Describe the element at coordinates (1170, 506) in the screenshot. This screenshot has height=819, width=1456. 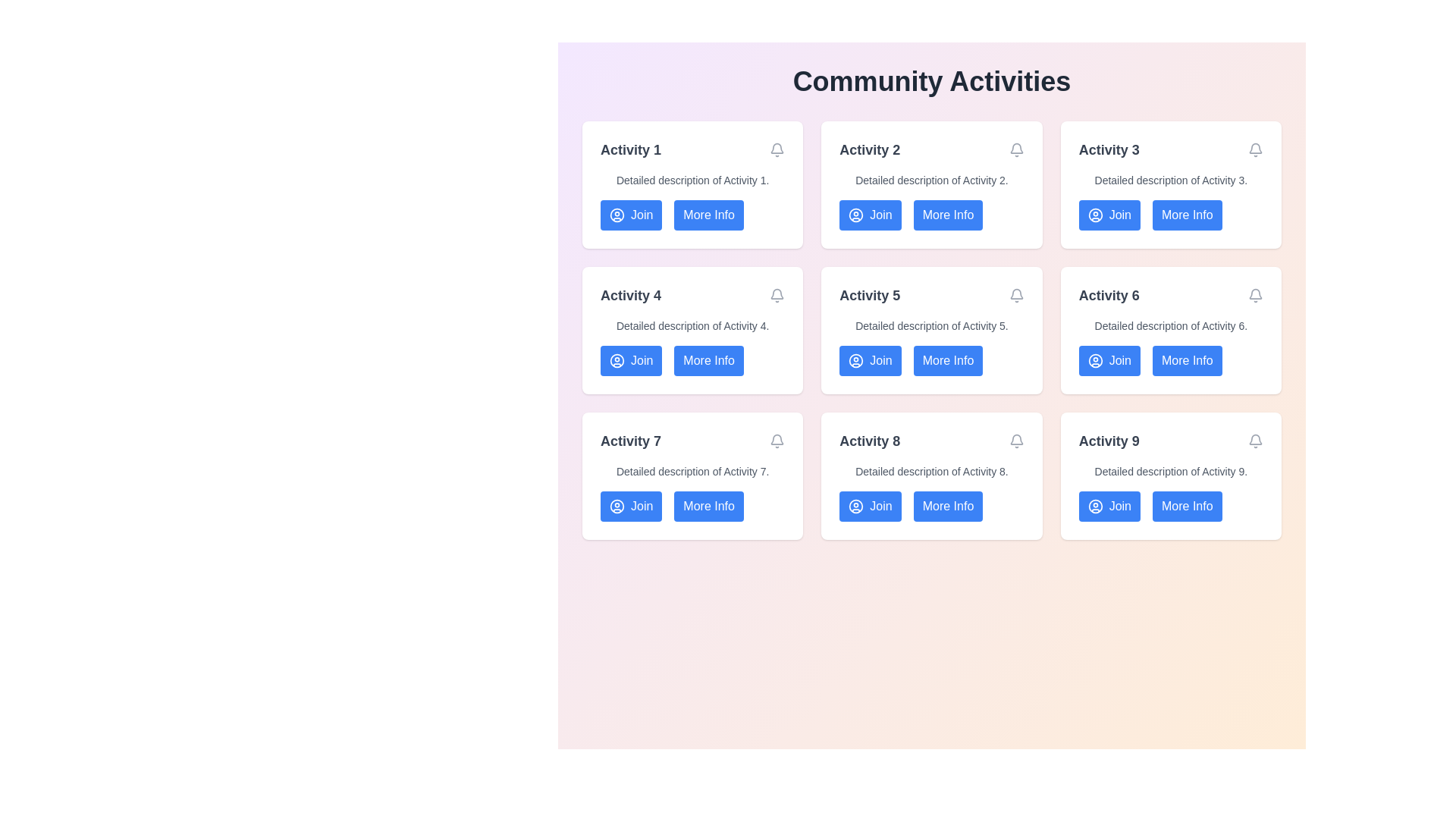
I see `the button located to the right of the 'Join' button within the 'Activity 9' component` at that location.